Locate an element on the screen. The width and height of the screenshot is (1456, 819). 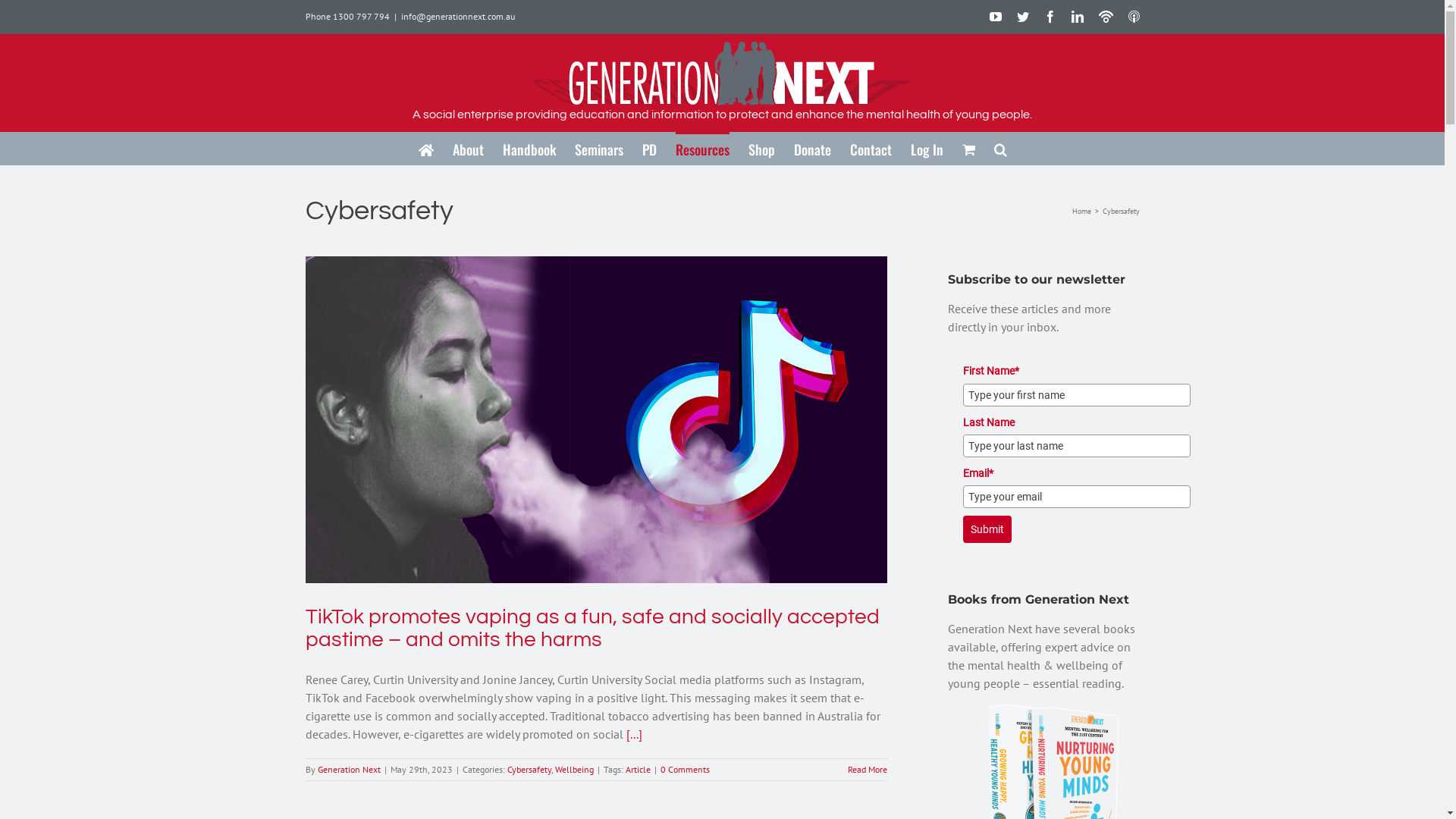
'Donate' is located at coordinates (811, 148).